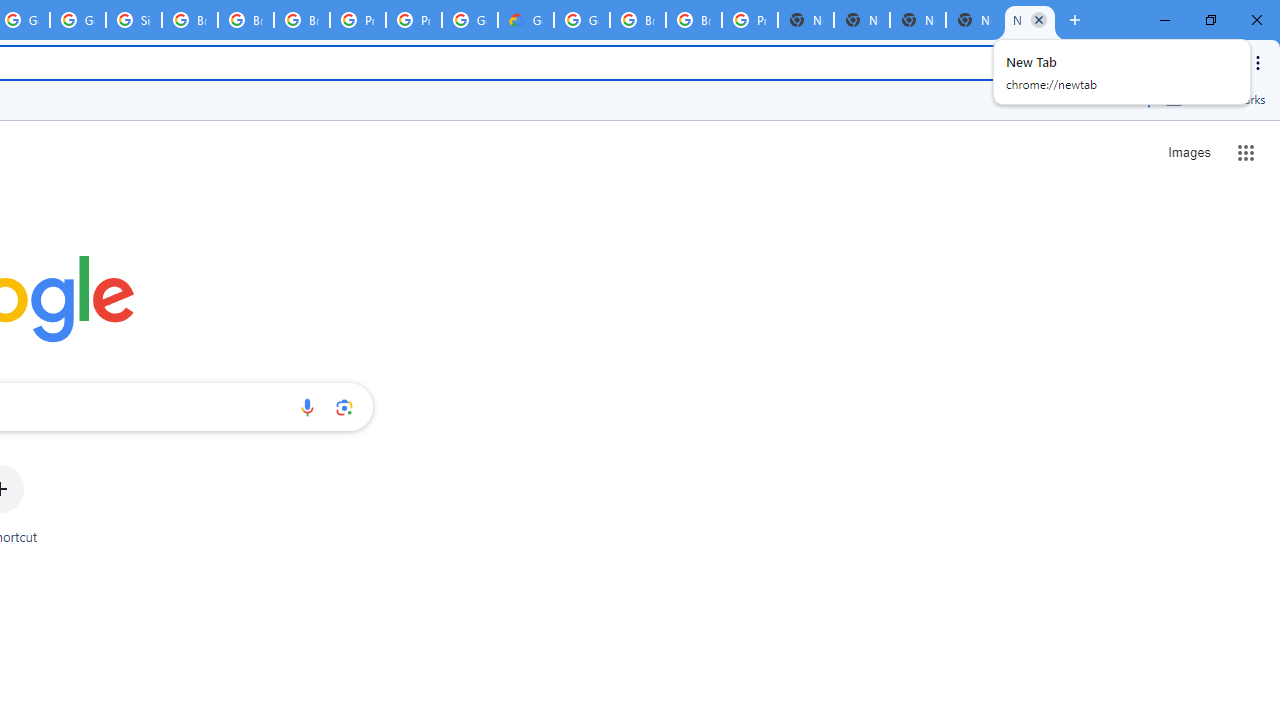 This screenshot has height=720, width=1280. What do you see at coordinates (344, 406) in the screenshot?
I see `'Search by image'` at bounding box center [344, 406].